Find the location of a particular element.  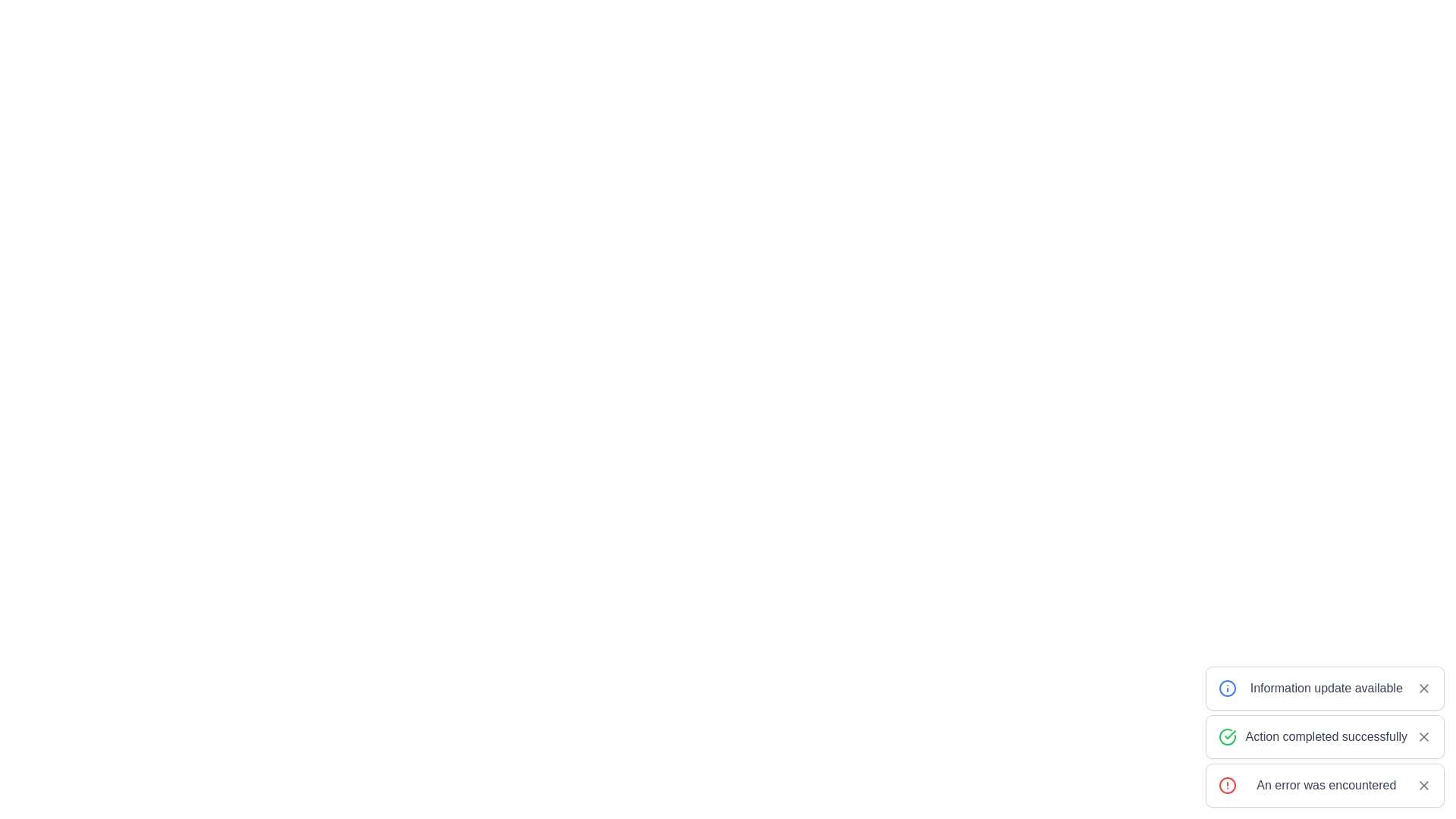

message displayed in the third notification card styled with a white background and rounded edges, which contains the text 'An error was encountered' is located at coordinates (1324, 785).